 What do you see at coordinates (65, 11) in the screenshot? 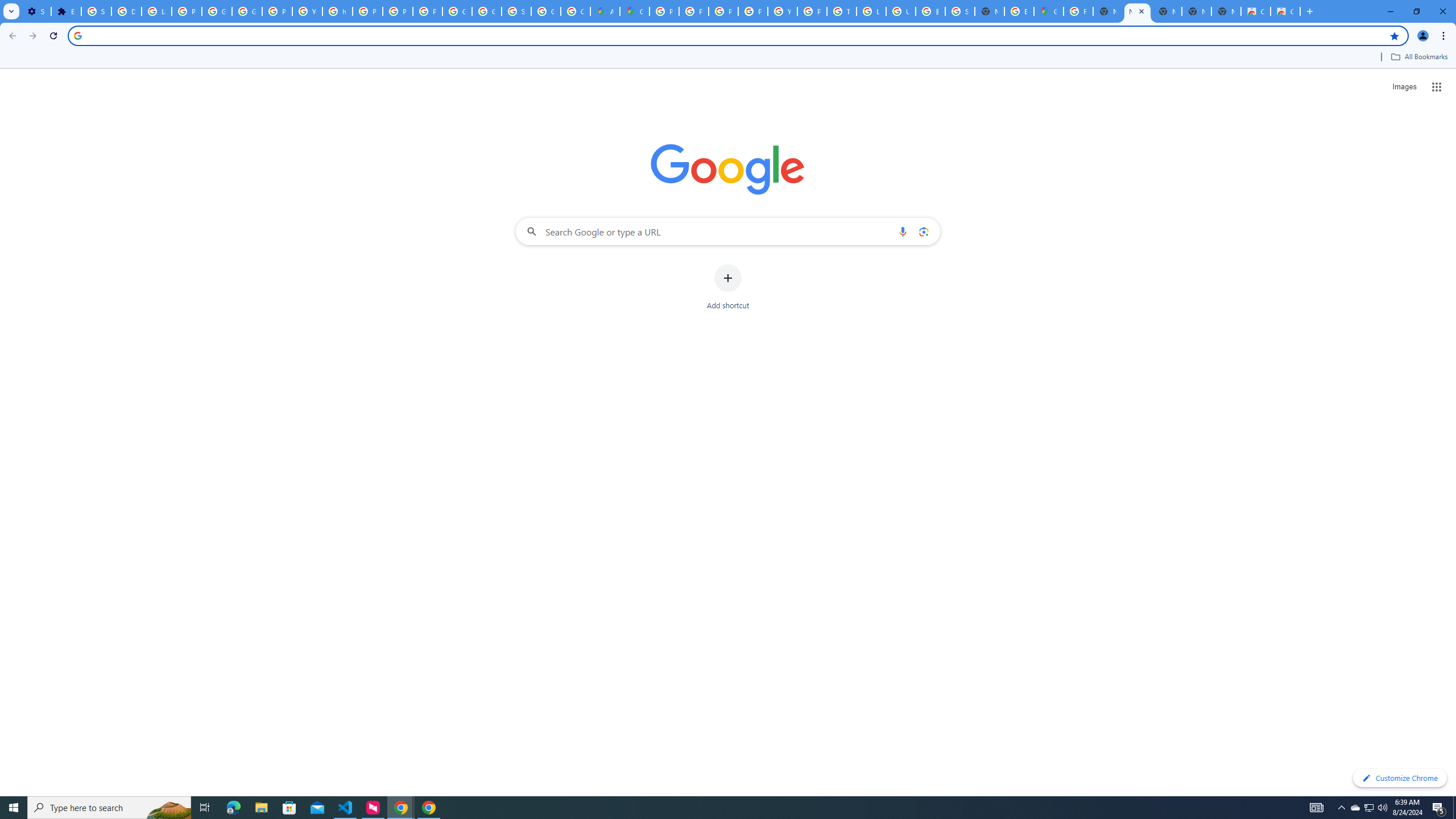
I see `'Extensions'` at bounding box center [65, 11].